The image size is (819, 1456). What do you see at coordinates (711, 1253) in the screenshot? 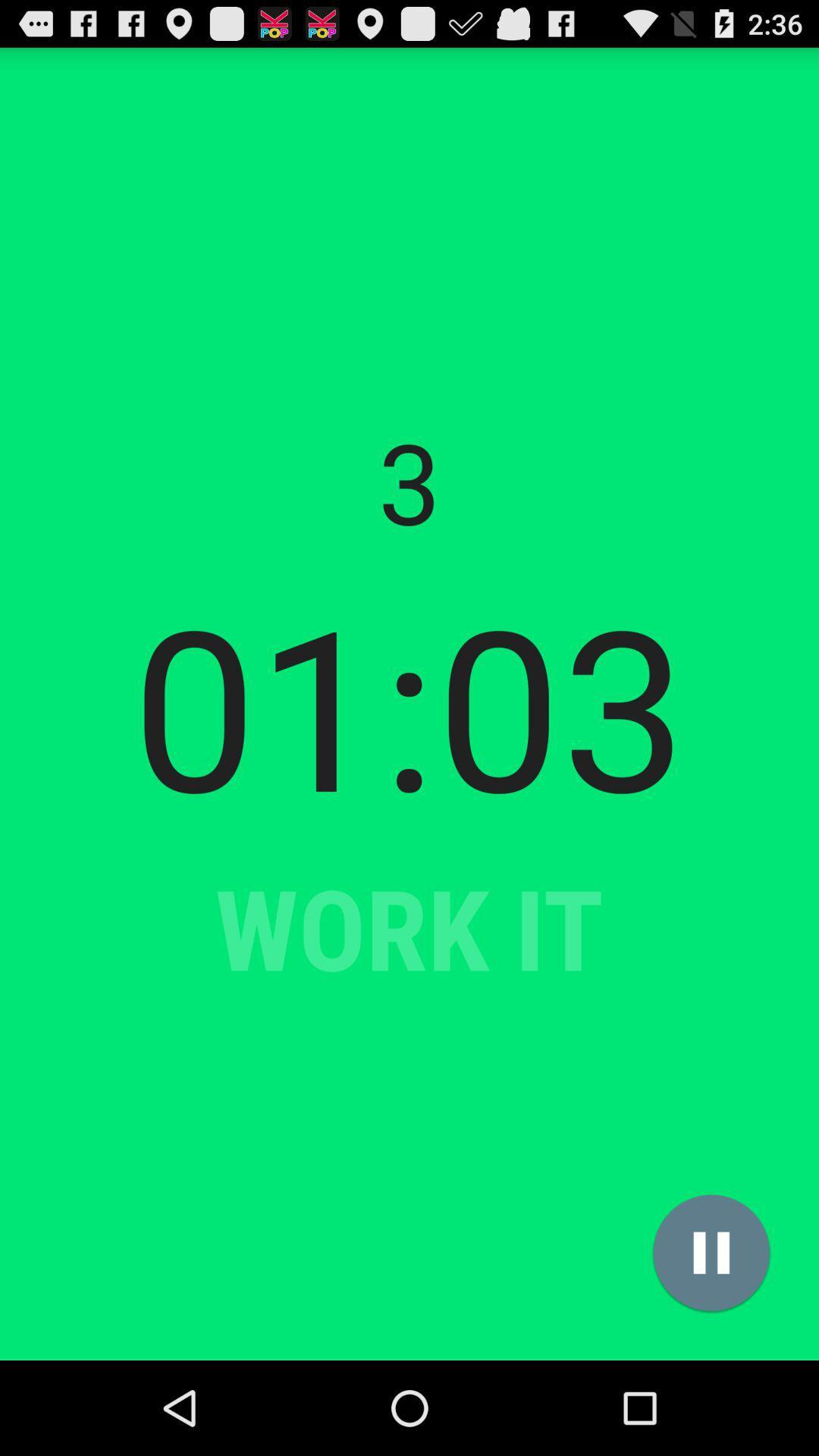
I see `the app below the 01:03 item` at bounding box center [711, 1253].